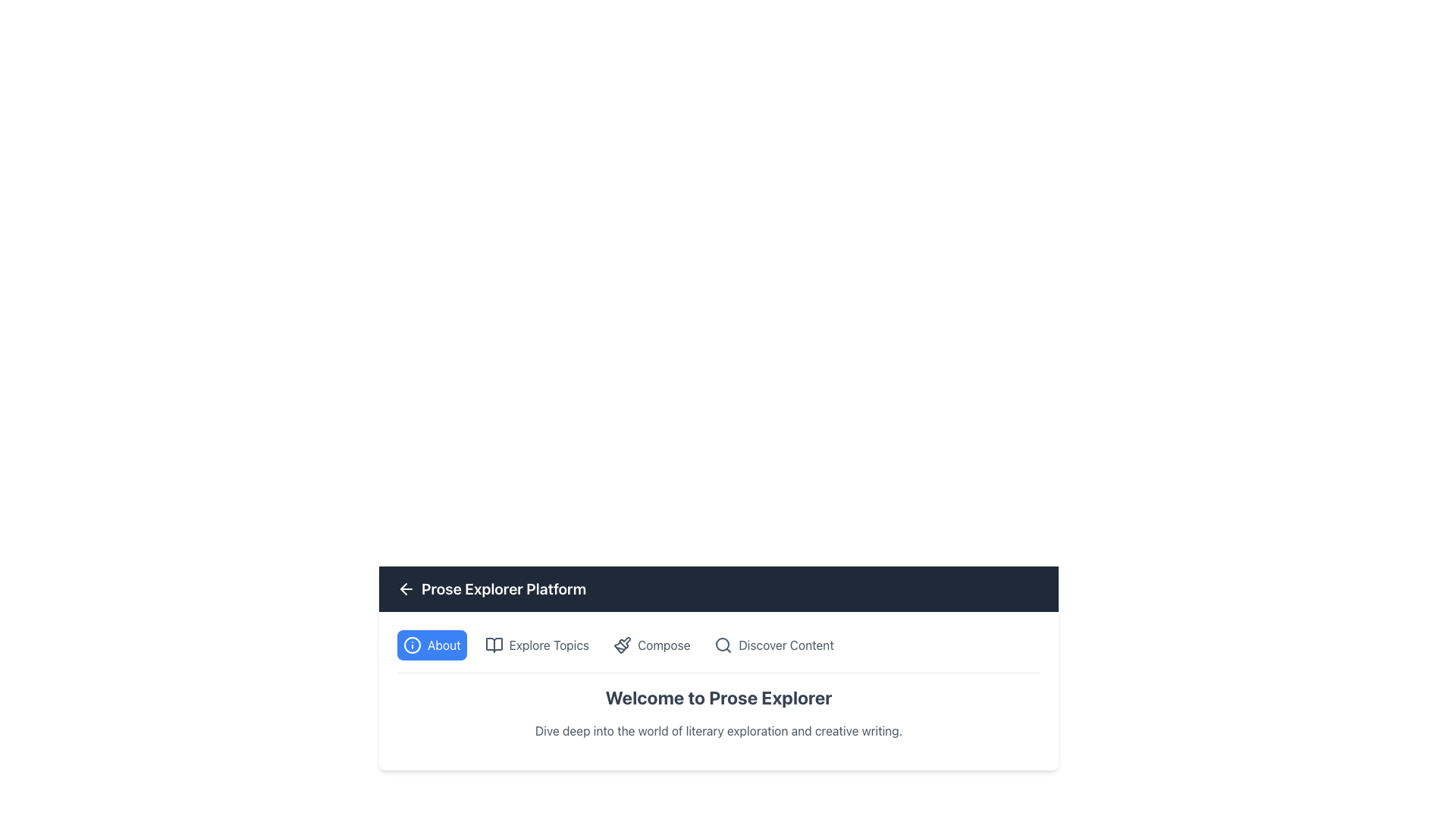 This screenshot has width=1456, height=819. What do you see at coordinates (431, 645) in the screenshot?
I see `the 'About' button, which is the first button in the toolbar below the 'Prose Explorer Platform' header, featuring a blue background and white text with an info icon` at bounding box center [431, 645].